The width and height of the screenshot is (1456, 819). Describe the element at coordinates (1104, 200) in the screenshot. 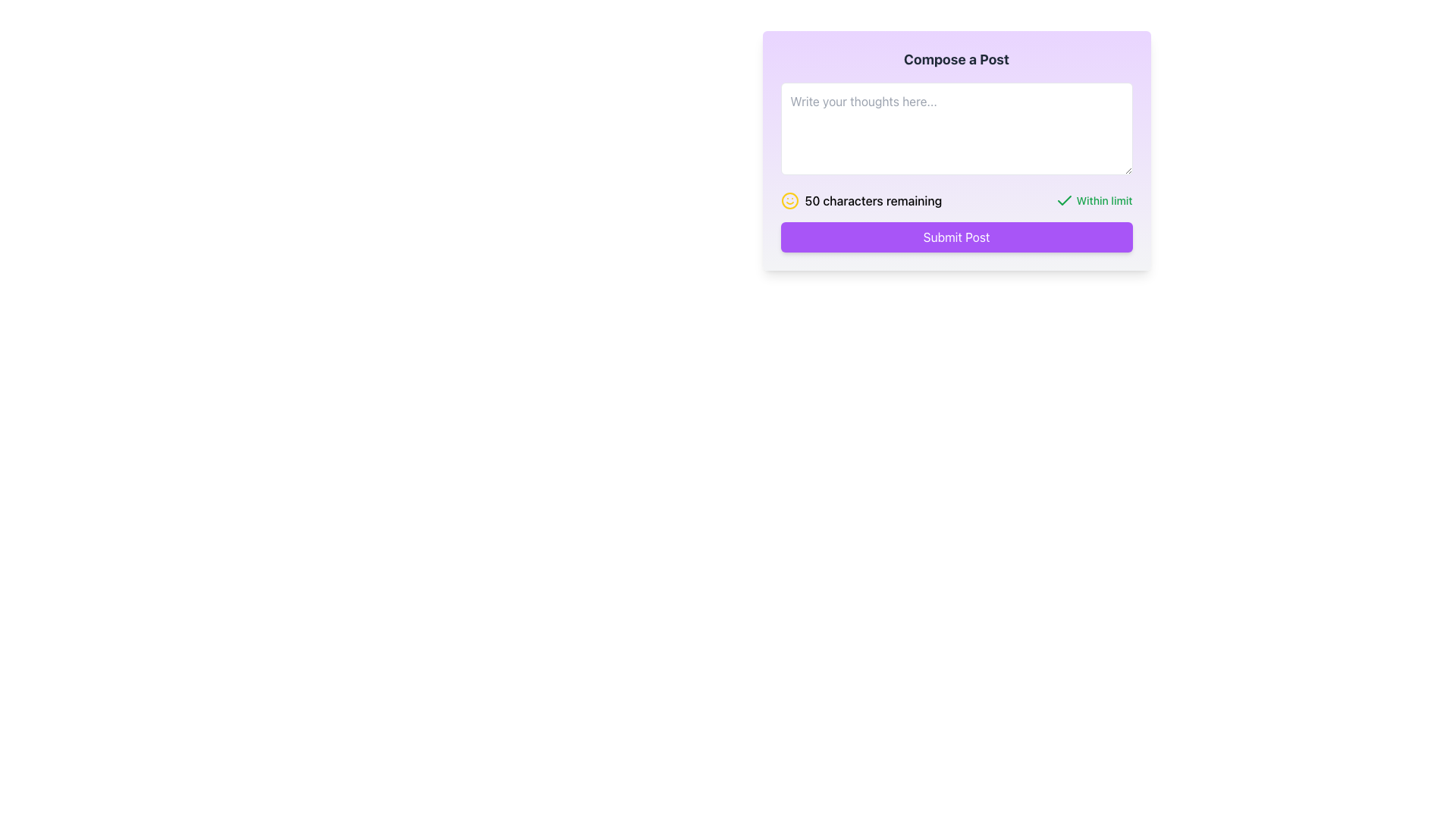

I see `text 'Within limit' displayed in green color, which indicates the current status of the system, located near the bottom right corner of the post composition area` at that location.